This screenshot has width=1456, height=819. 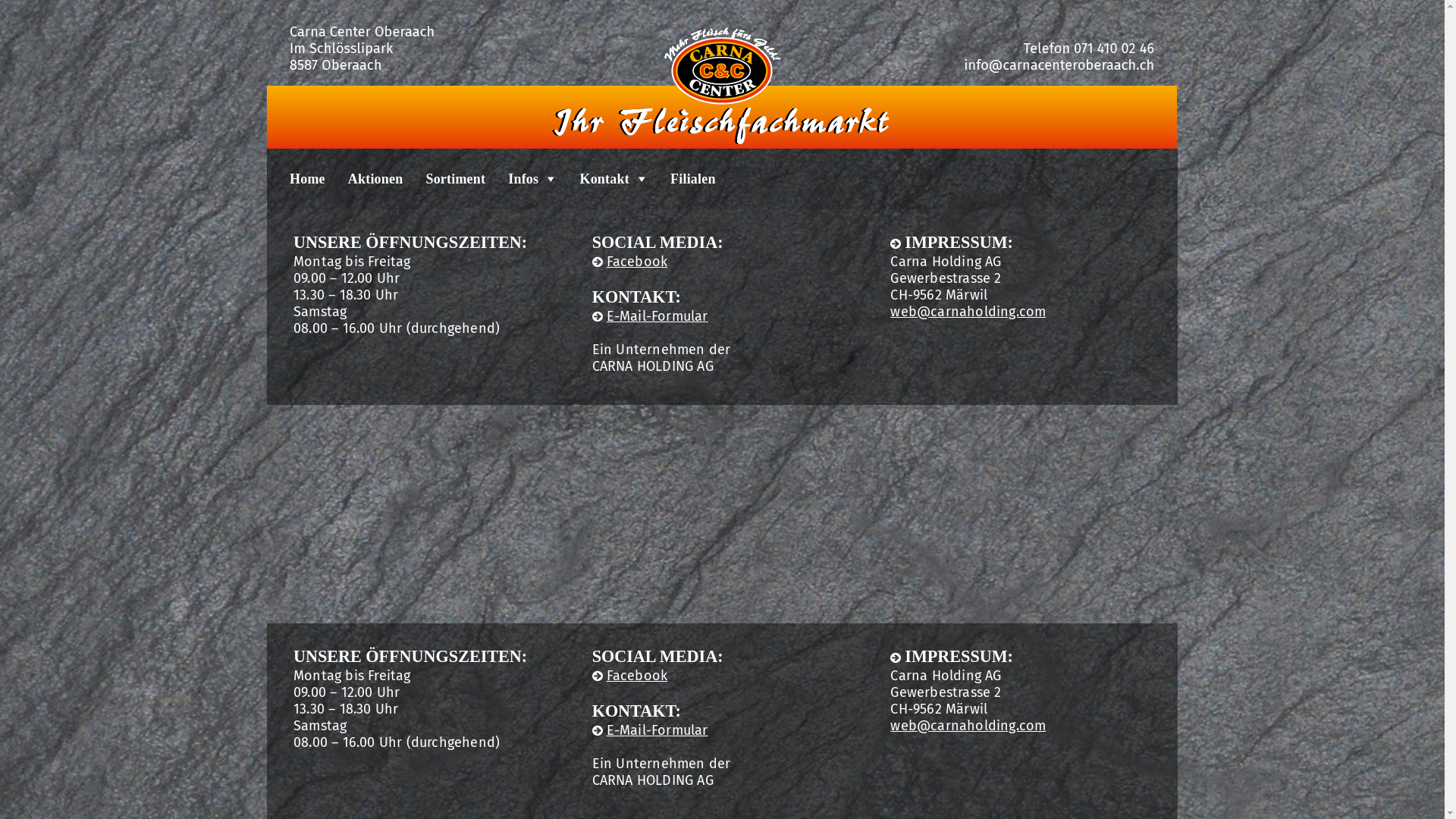 I want to click on 'E-Mail-Formular', so click(x=650, y=730).